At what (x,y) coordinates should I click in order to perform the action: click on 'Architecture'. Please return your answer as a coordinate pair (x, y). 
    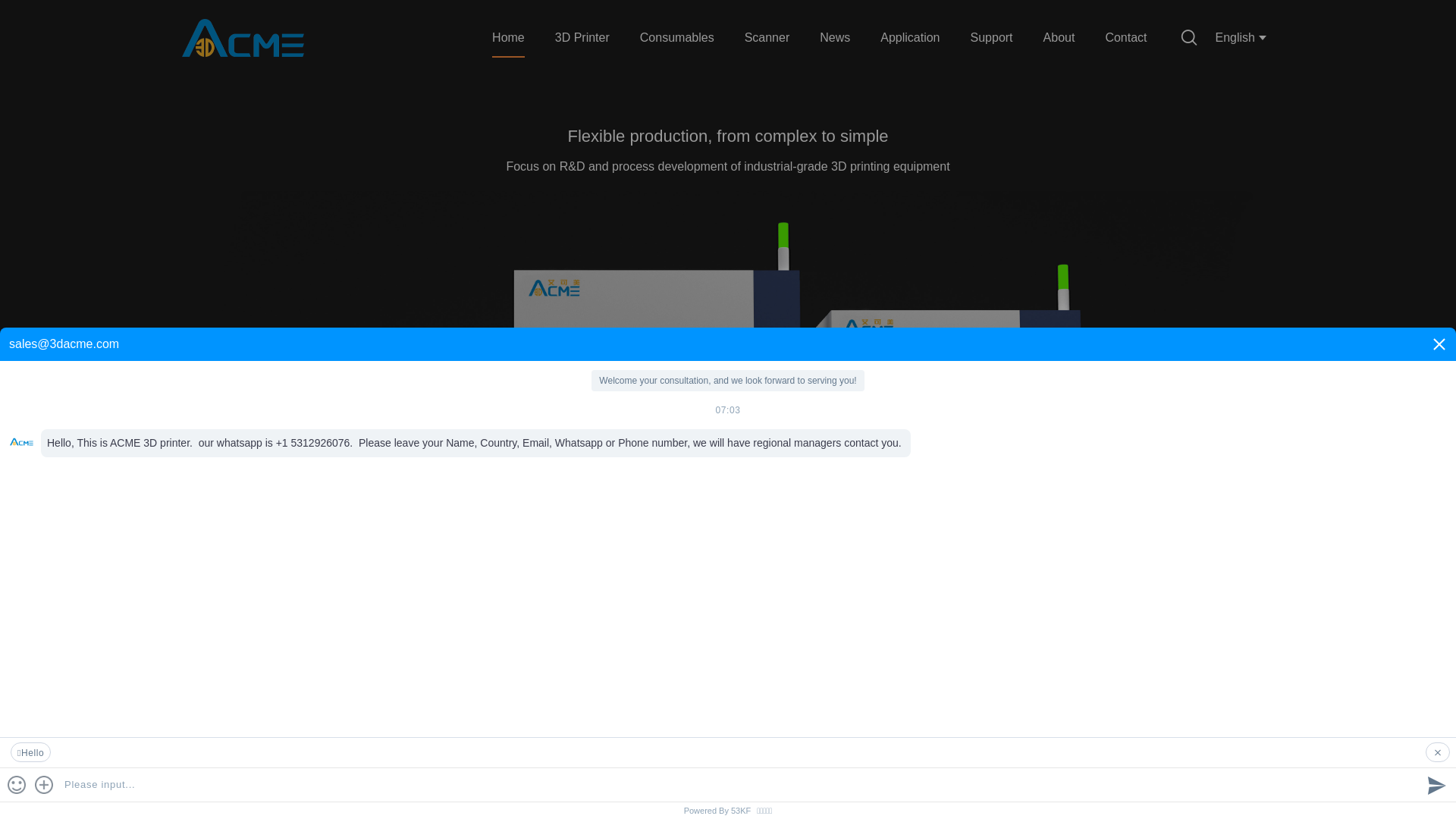
    Looking at the image, I should click on (659, 780).